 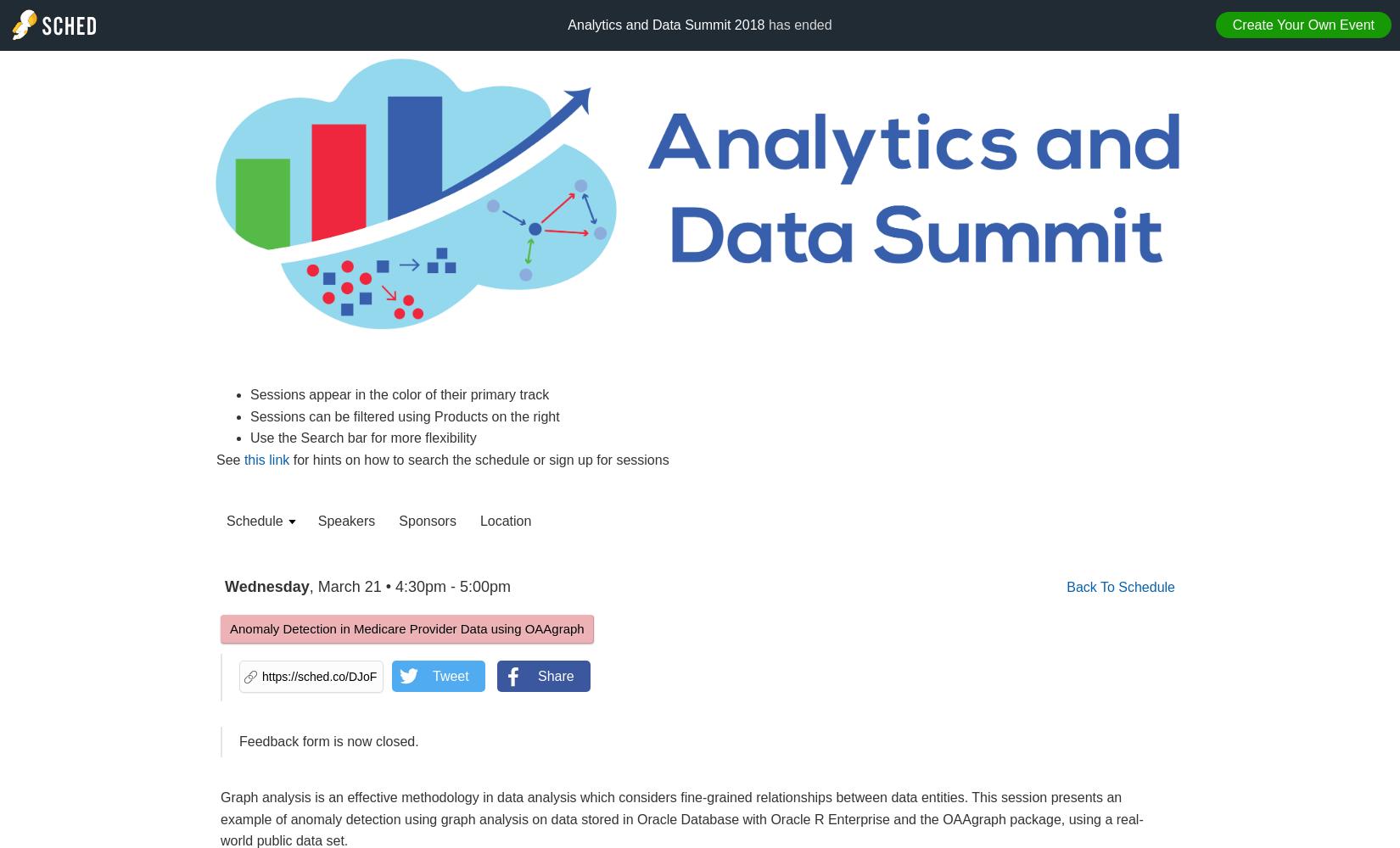 I want to click on 'Speakers', so click(x=346, y=520).